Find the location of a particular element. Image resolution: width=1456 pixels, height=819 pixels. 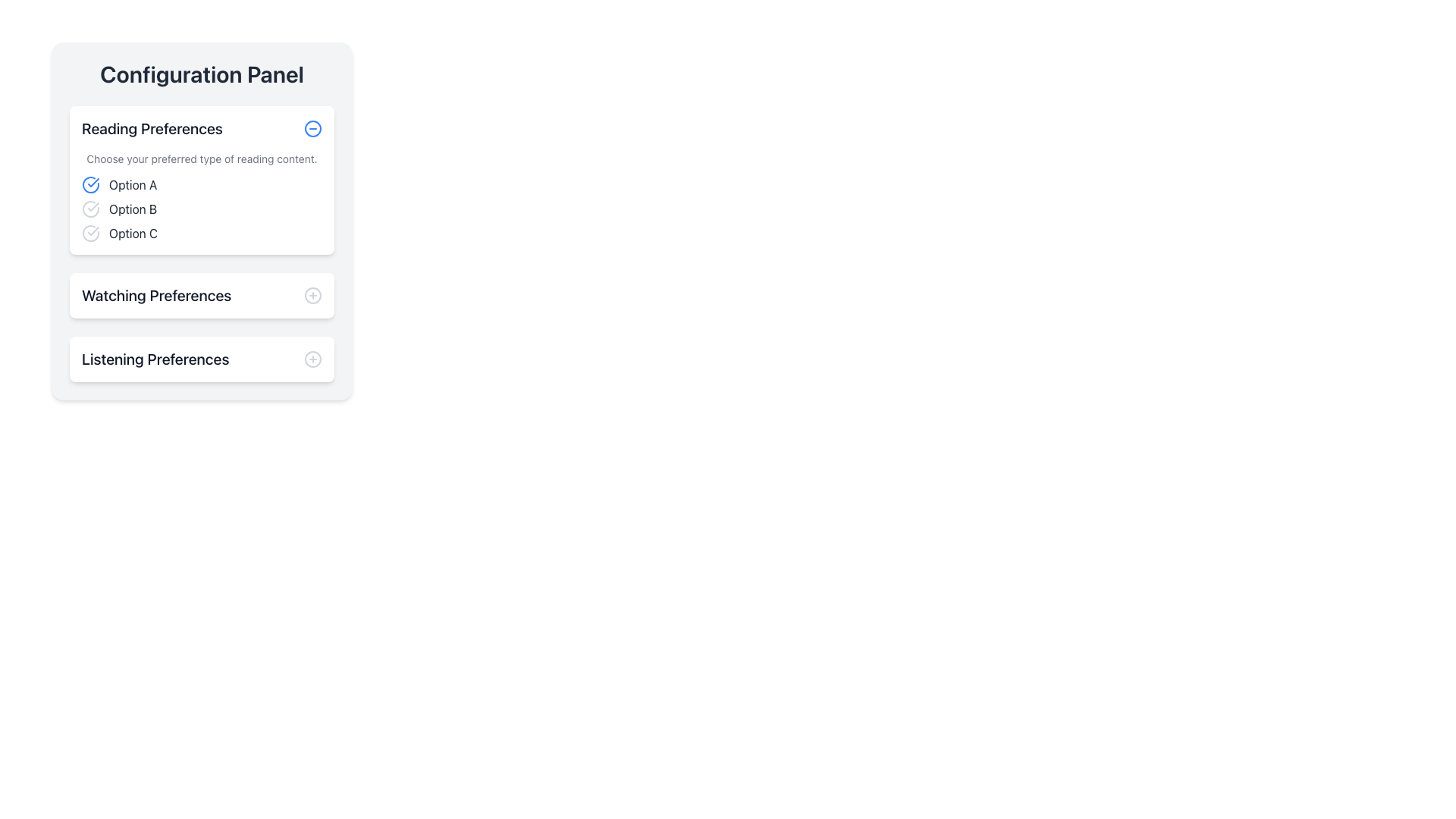

the 'Reading Preferences' section is located at coordinates (201, 243).